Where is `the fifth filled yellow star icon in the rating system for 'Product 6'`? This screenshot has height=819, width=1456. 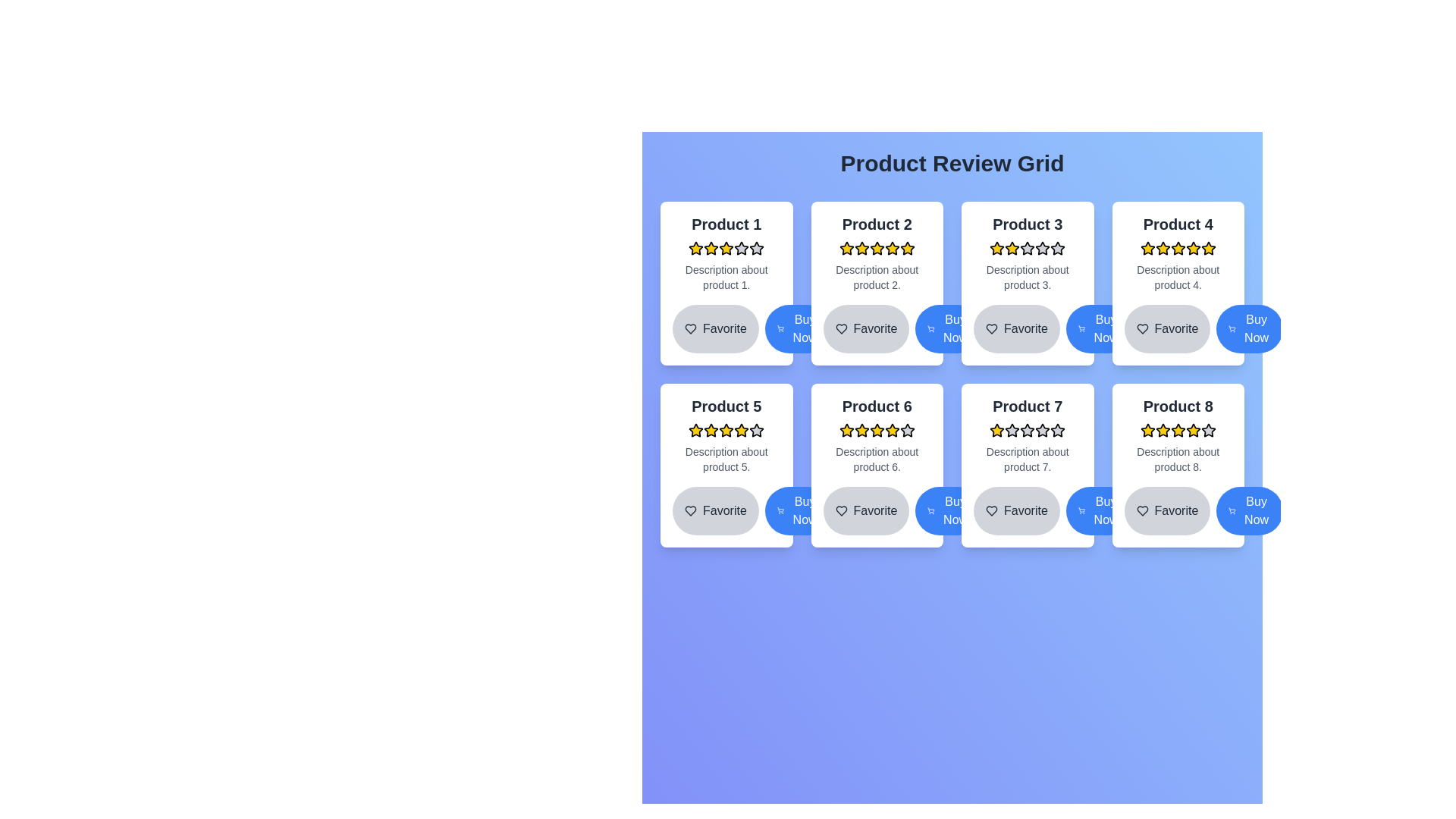 the fifth filled yellow star icon in the rating system for 'Product 6' is located at coordinates (892, 430).